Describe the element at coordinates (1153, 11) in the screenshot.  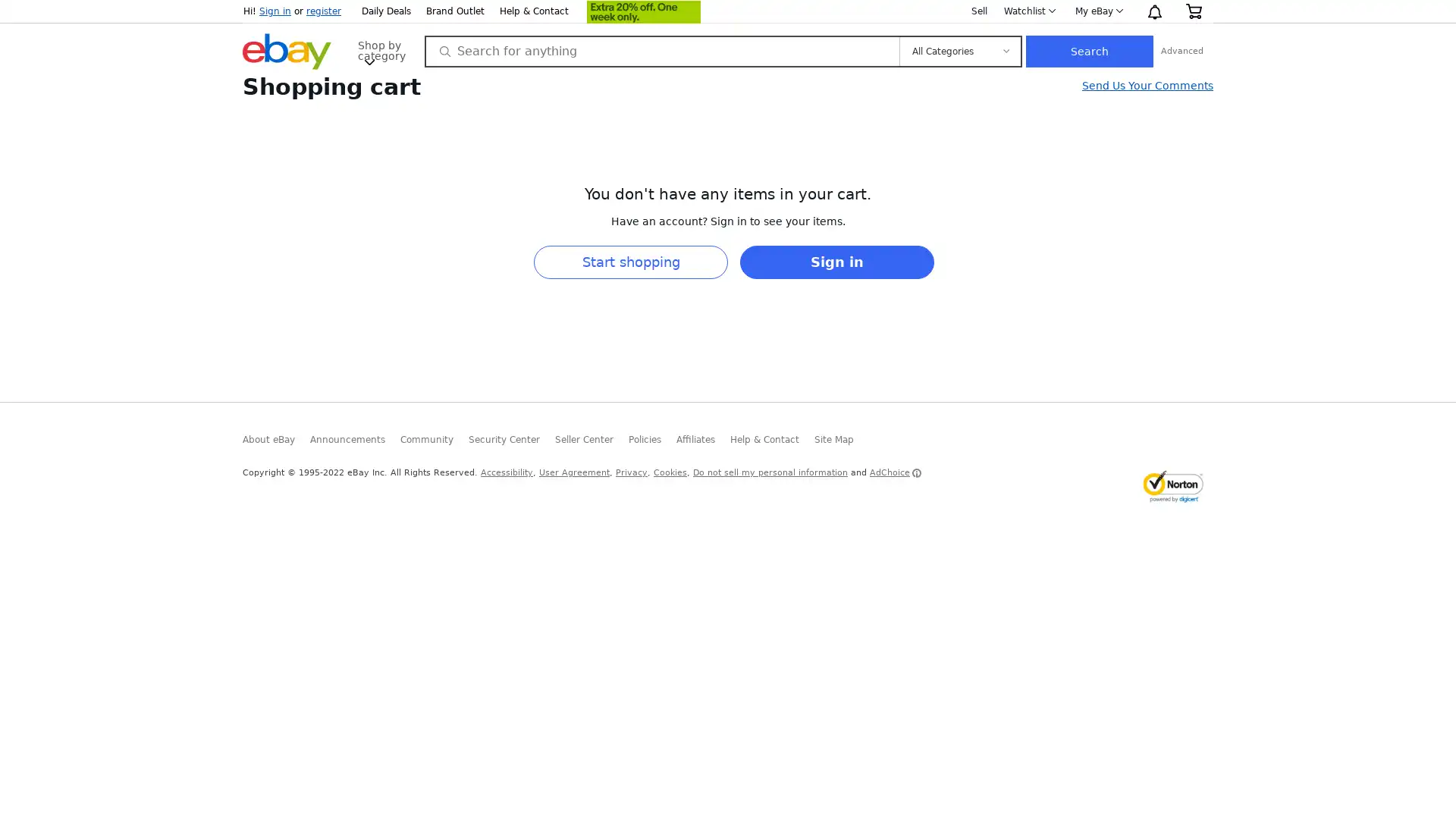
I see `Notification` at that location.